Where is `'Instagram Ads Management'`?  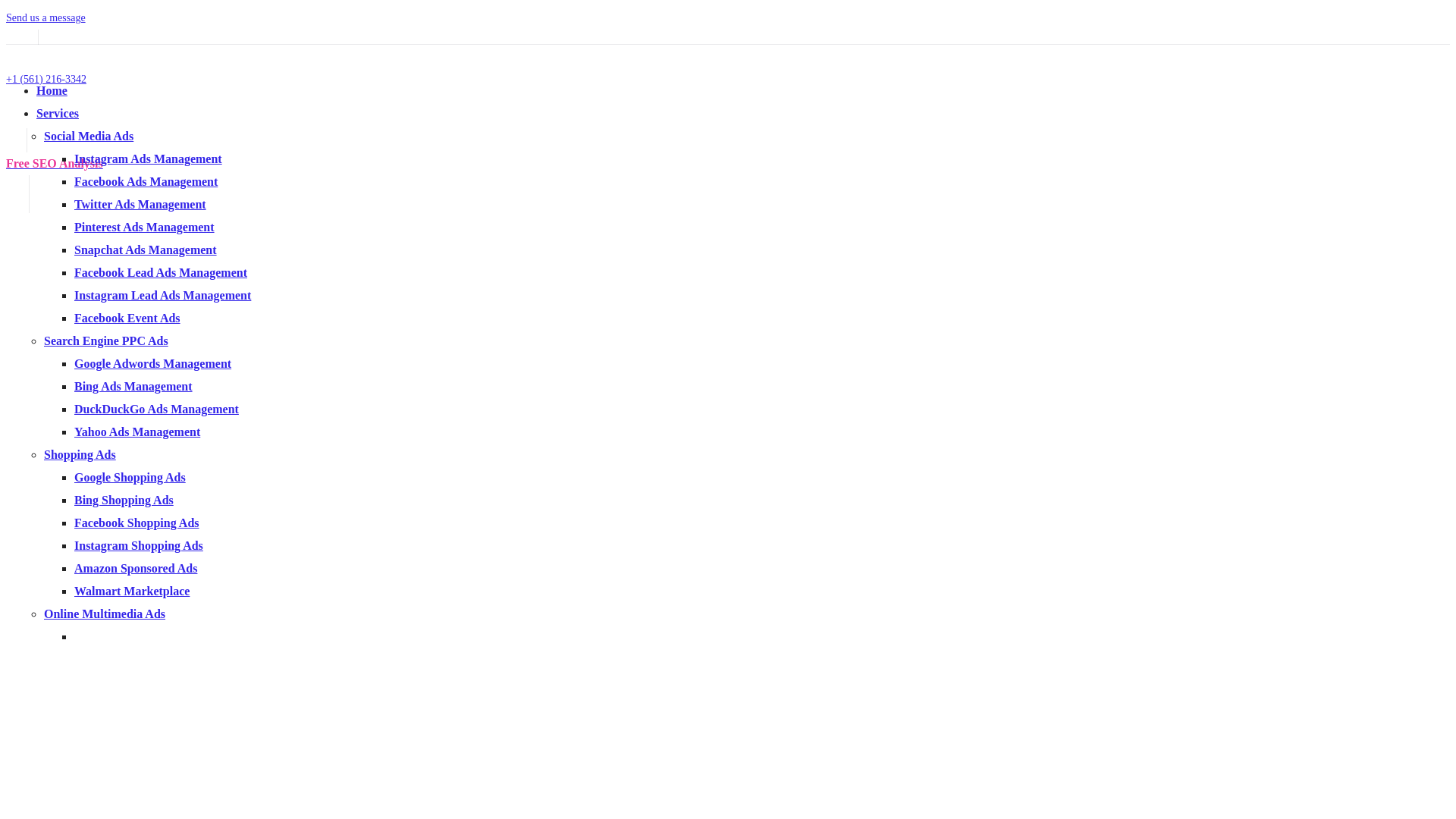
'Instagram Ads Management' is located at coordinates (148, 158).